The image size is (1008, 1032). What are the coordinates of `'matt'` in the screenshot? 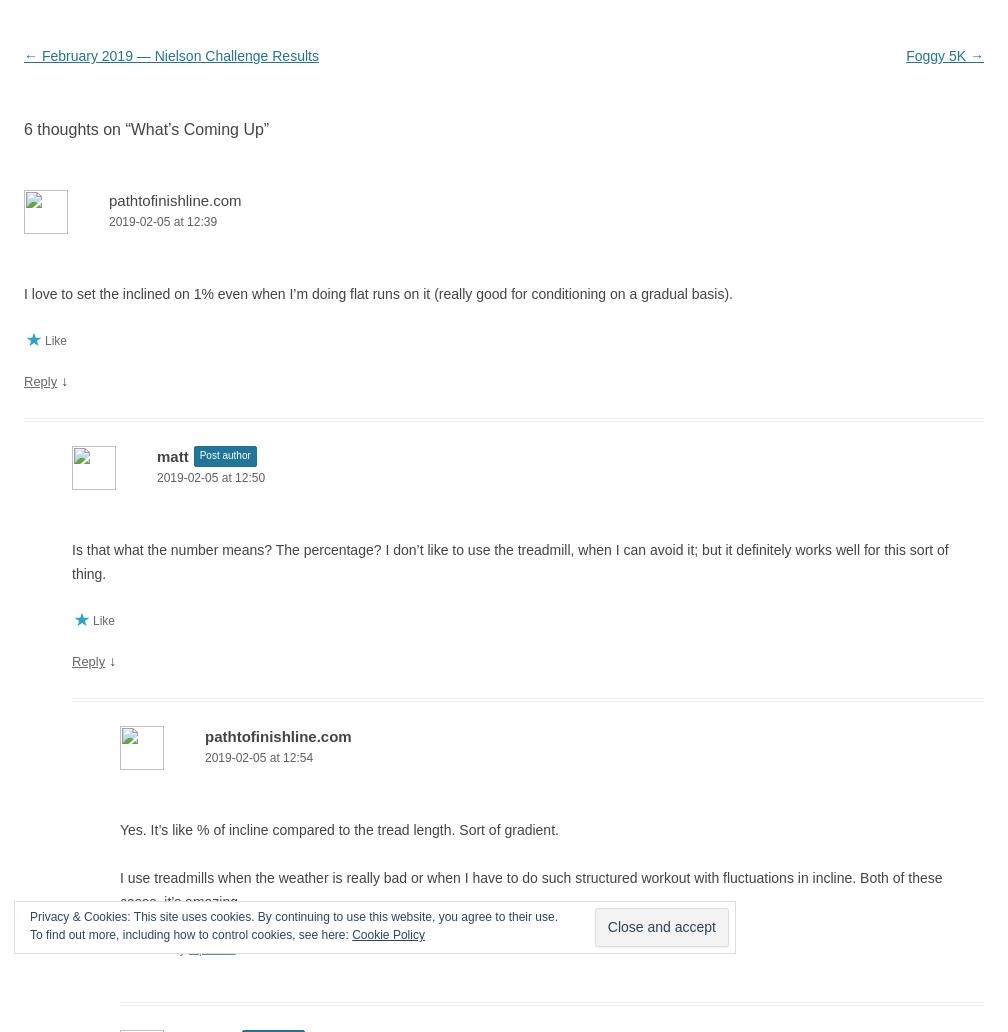 It's located at (172, 455).